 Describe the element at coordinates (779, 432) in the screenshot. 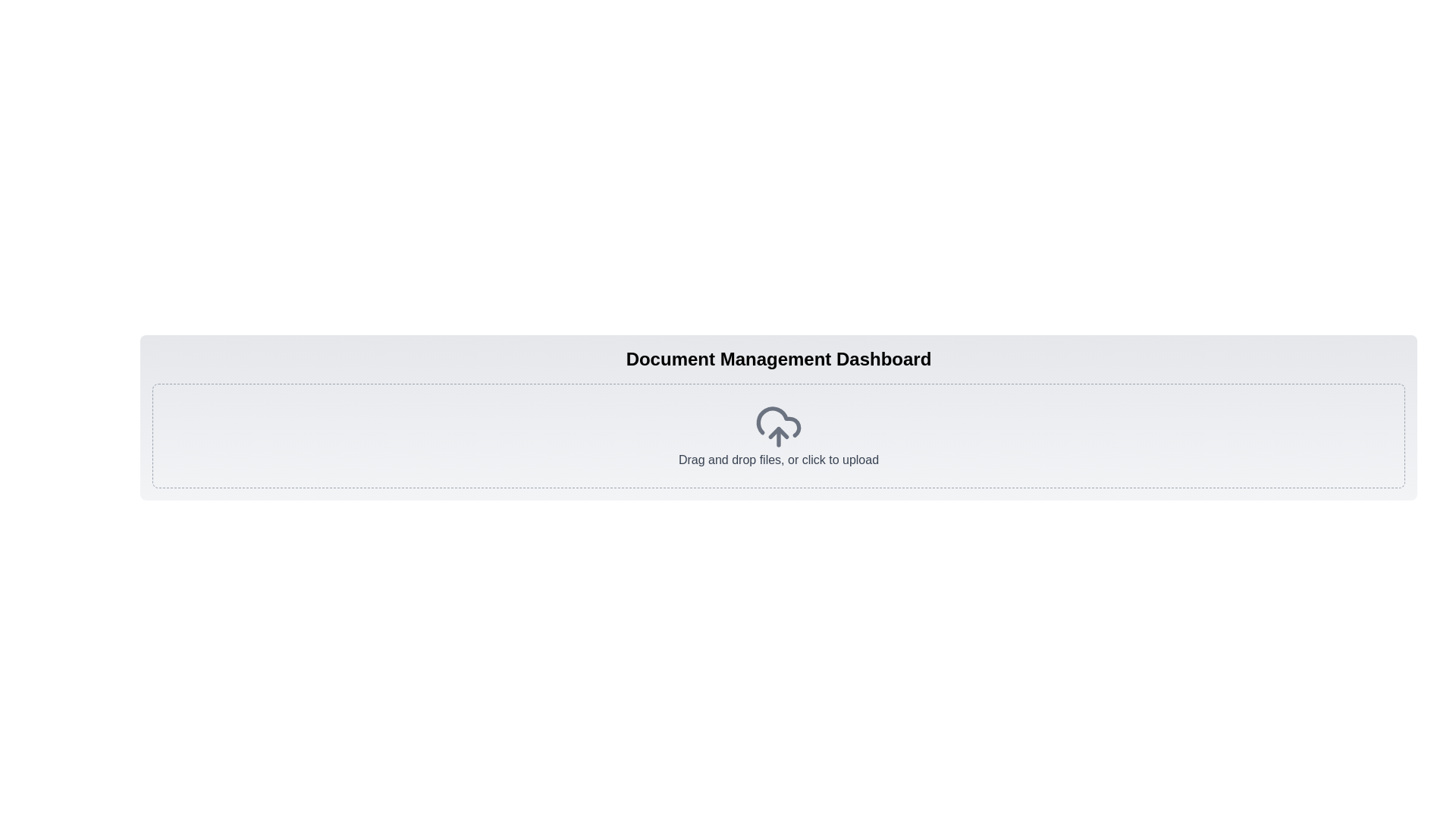

I see `the upload icon within the SVG graphic, which is part of the larger cloud upload symbol located centrally below the title 'Document Management Dashboard'` at that location.